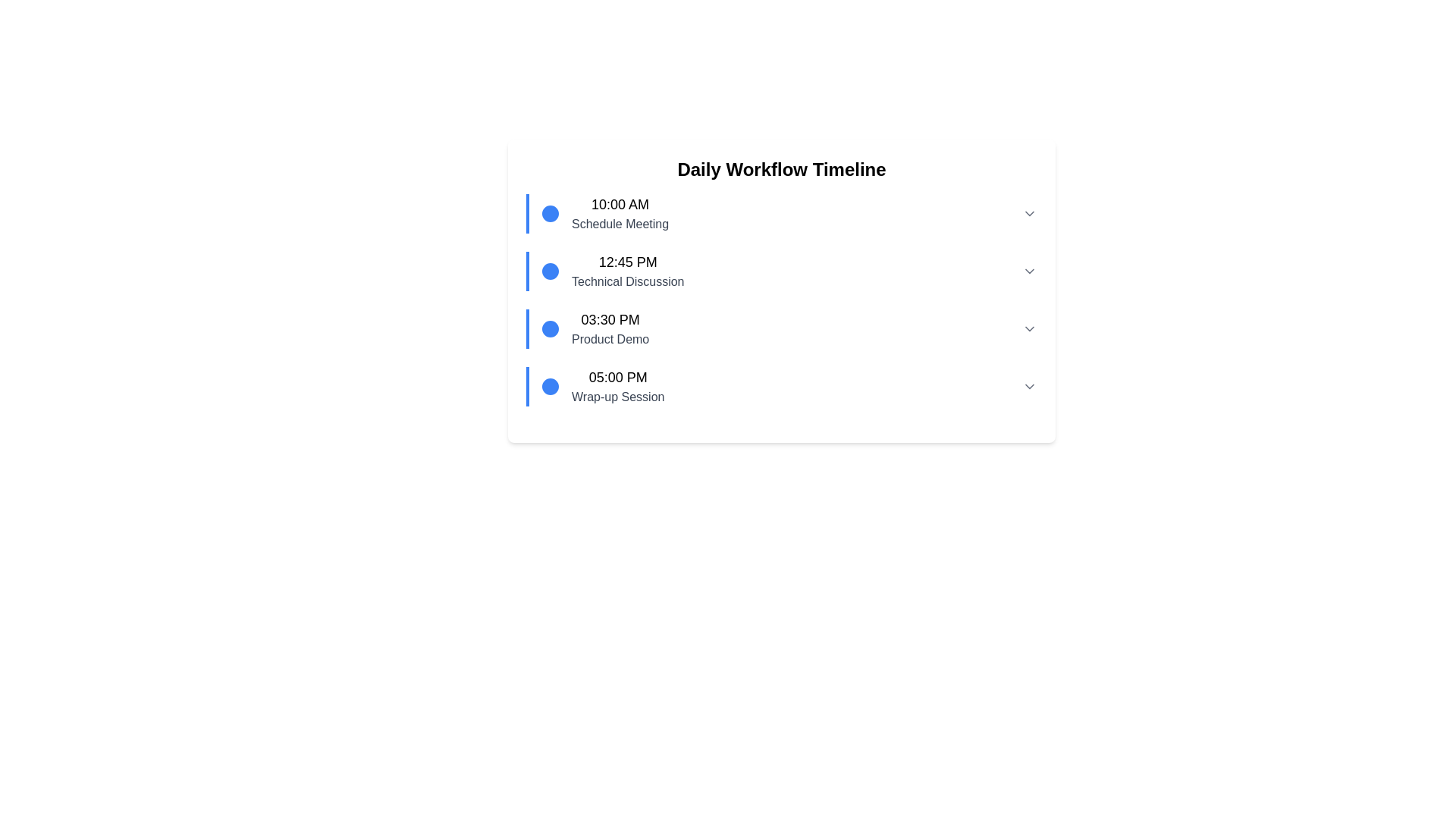 Image resolution: width=1456 pixels, height=819 pixels. What do you see at coordinates (620, 224) in the screenshot?
I see `text label that provides a description for the event scheduled at '10:00 AM', specifically the 'Schedule Meeting' text label located beneath the time label` at bounding box center [620, 224].